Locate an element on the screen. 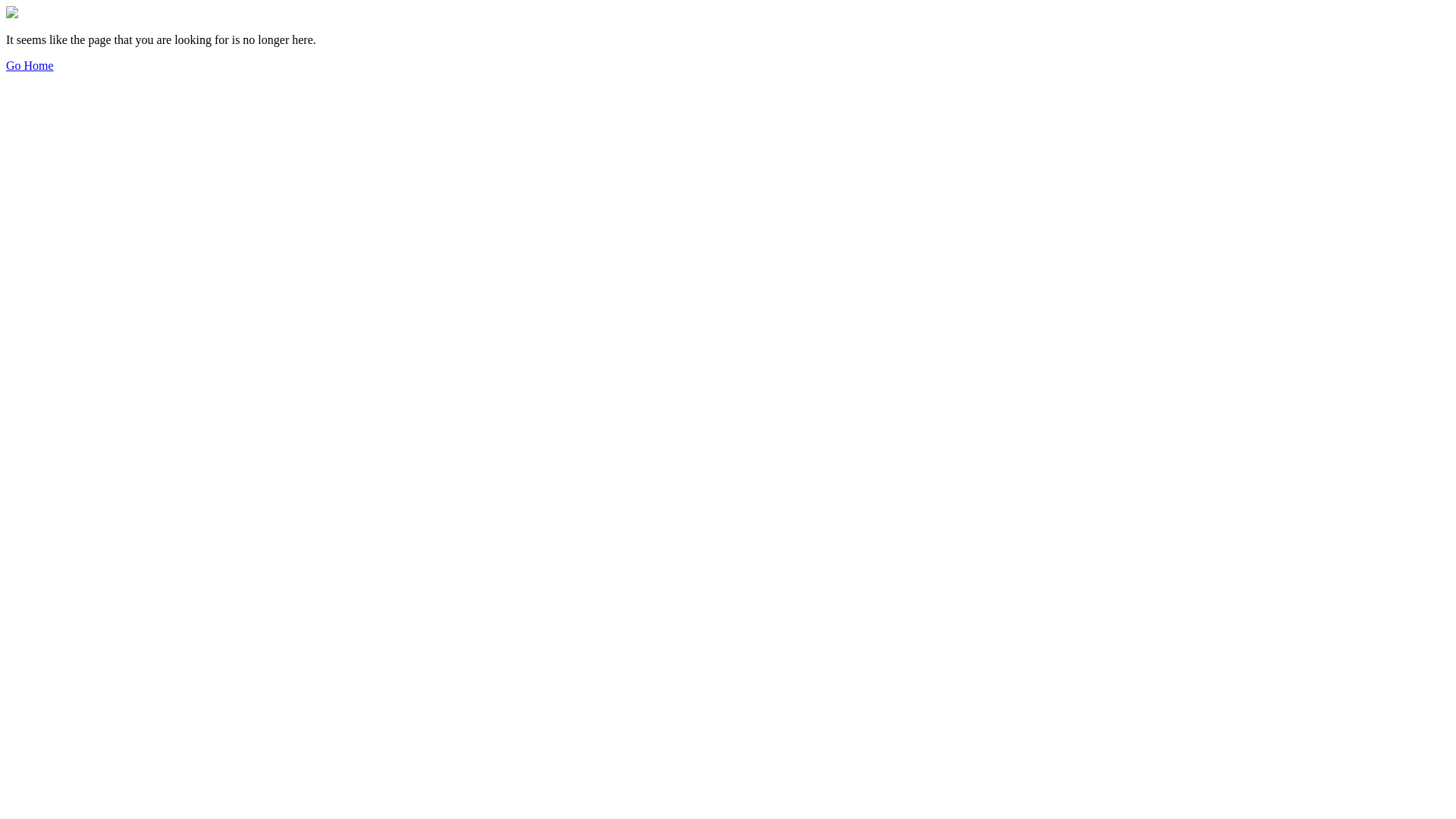 The width and height of the screenshot is (1456, 819). 'Go Home' is located at coordinates (6, 64).